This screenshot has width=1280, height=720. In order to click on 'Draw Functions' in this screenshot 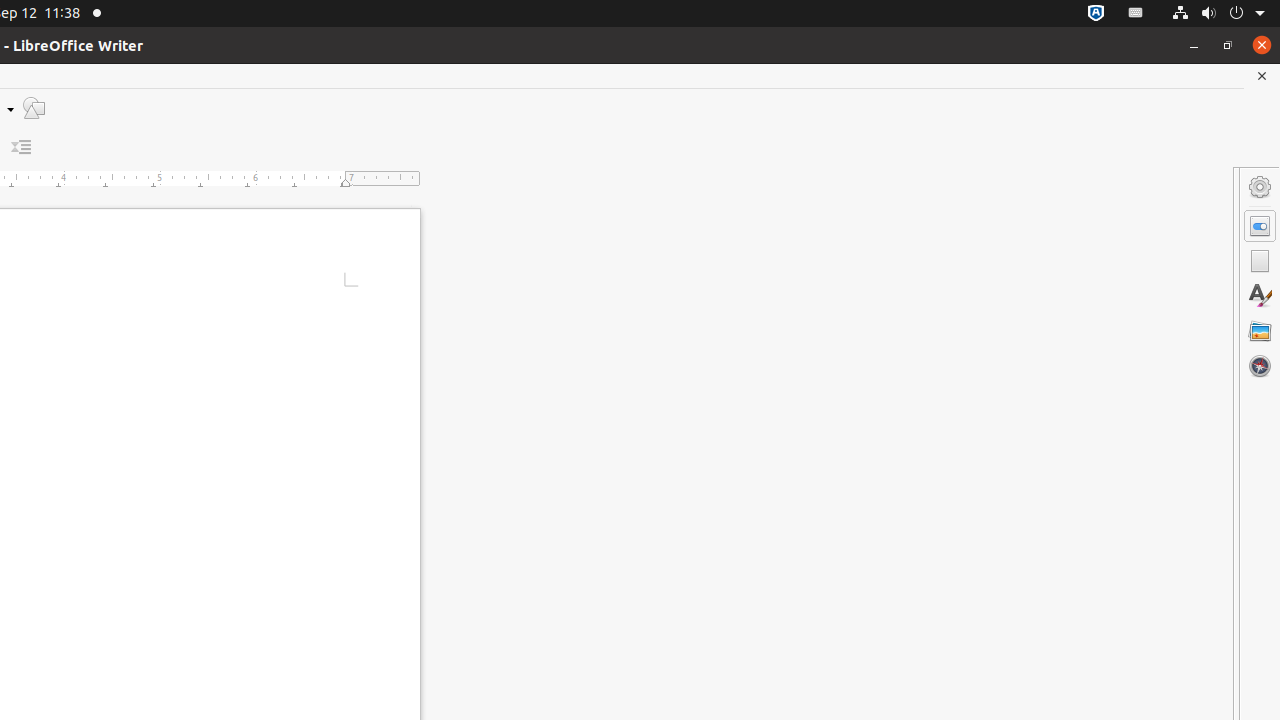, I will do `click(33, 108)`.